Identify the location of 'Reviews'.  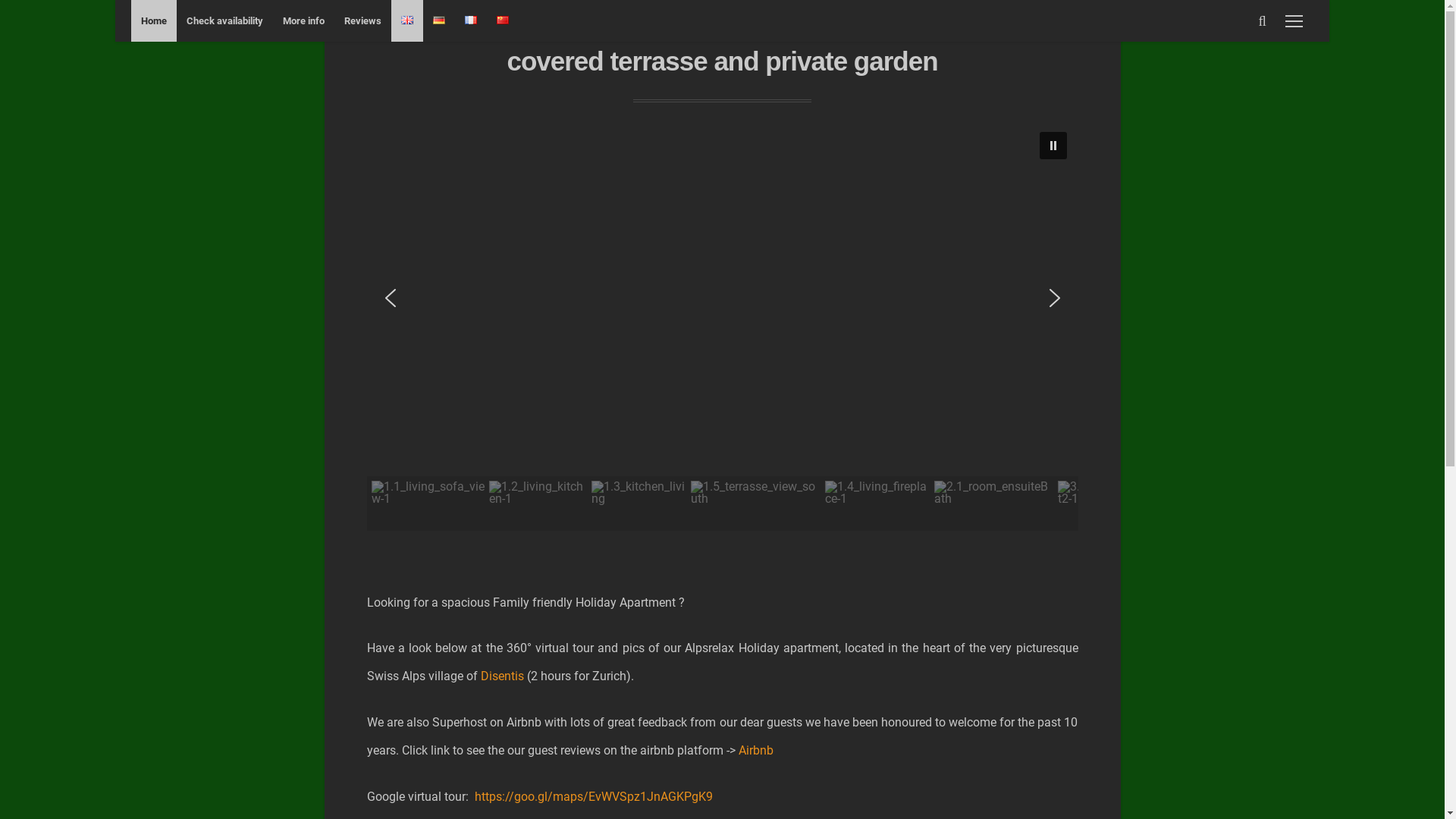
(362, 20).